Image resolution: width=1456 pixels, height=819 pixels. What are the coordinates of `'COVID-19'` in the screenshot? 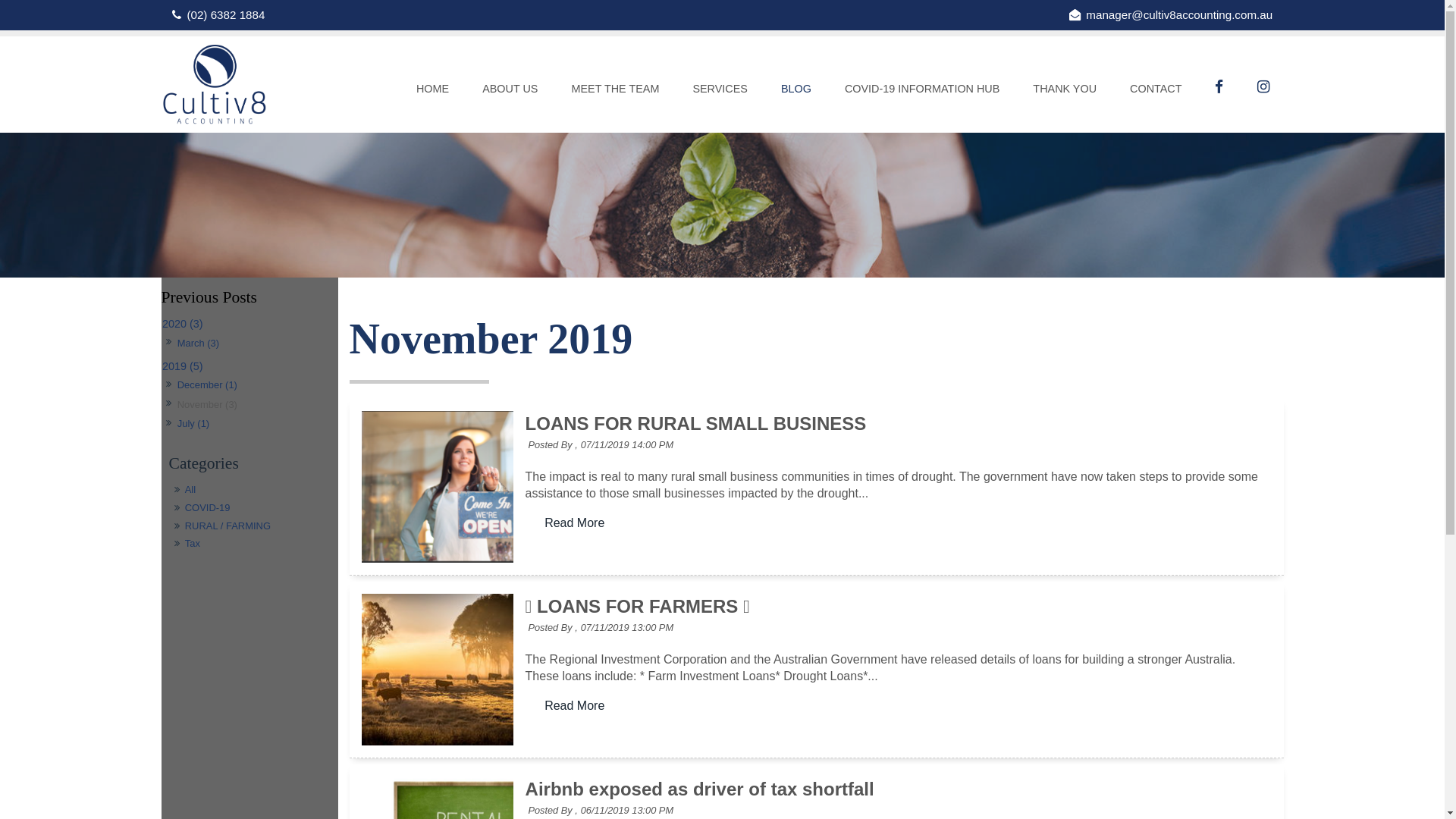 It's located at (174, 508).